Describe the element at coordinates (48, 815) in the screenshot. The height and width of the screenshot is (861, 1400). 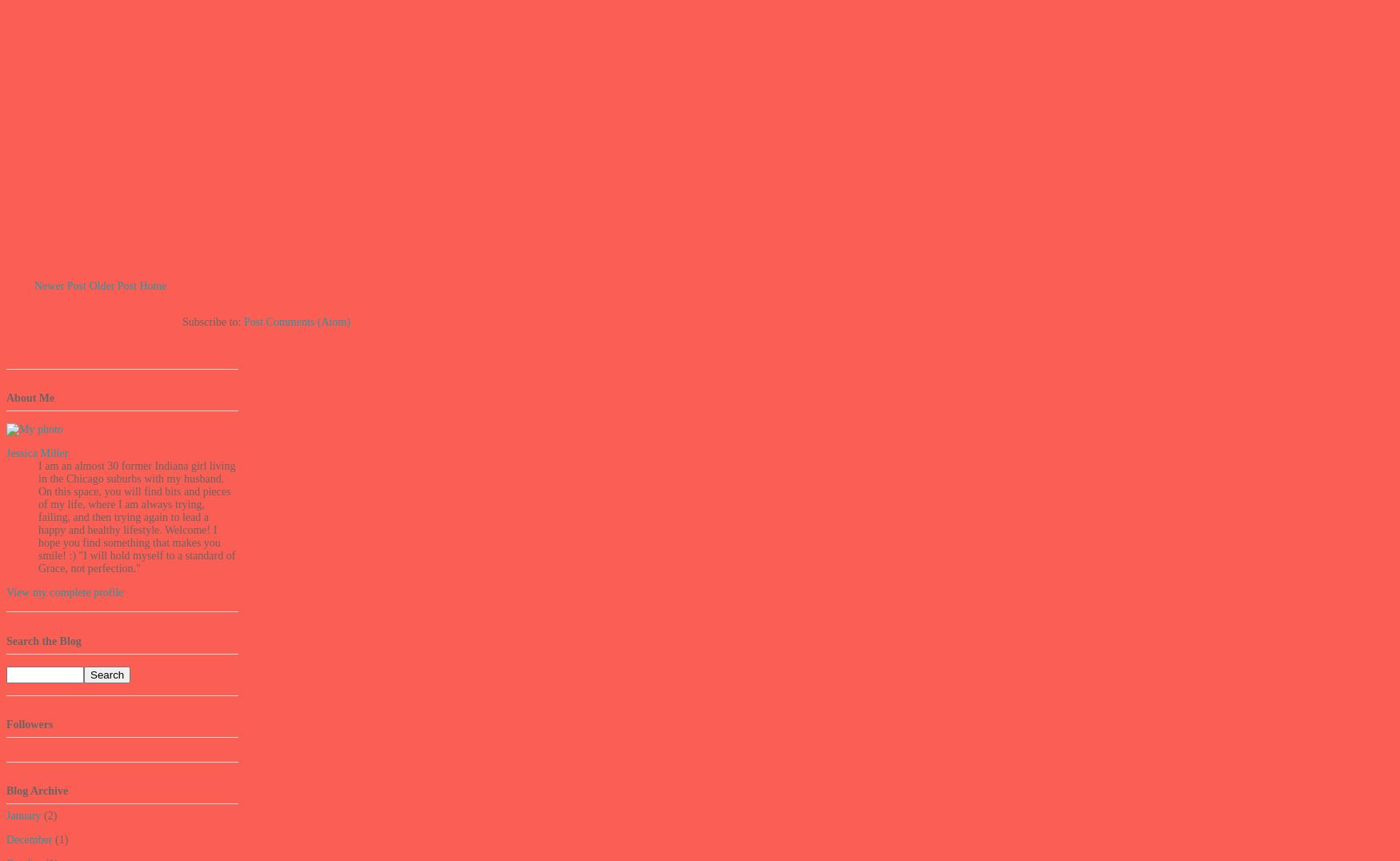
I see `'(2)'` at that location.